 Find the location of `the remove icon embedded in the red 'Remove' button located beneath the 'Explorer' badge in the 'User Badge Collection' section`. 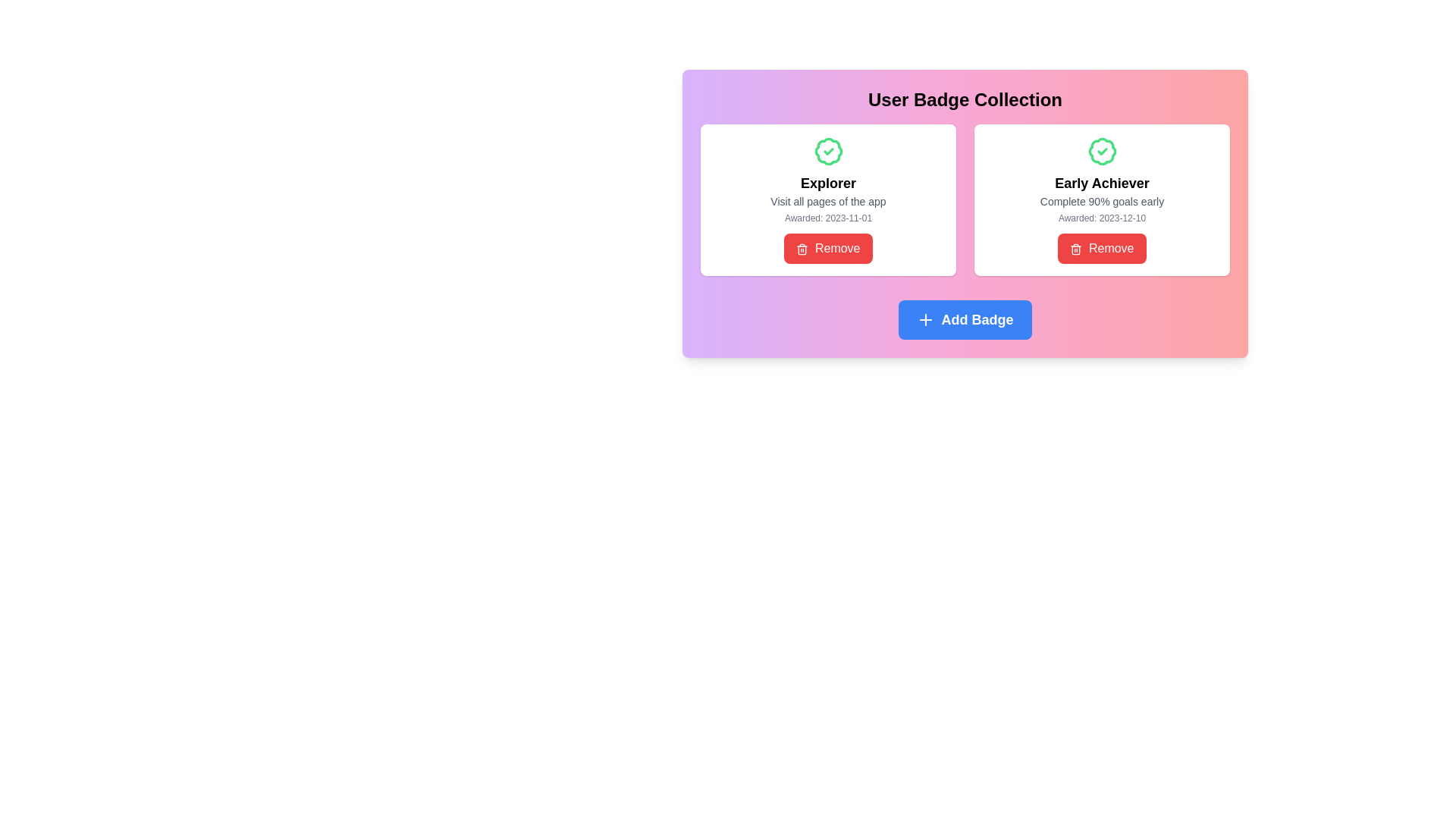

the remove icon embedded in the red 'Remove' button located beneath the 'Explorer' badge in the 'User Badge Collection' section is located at coordinates (802, 248).